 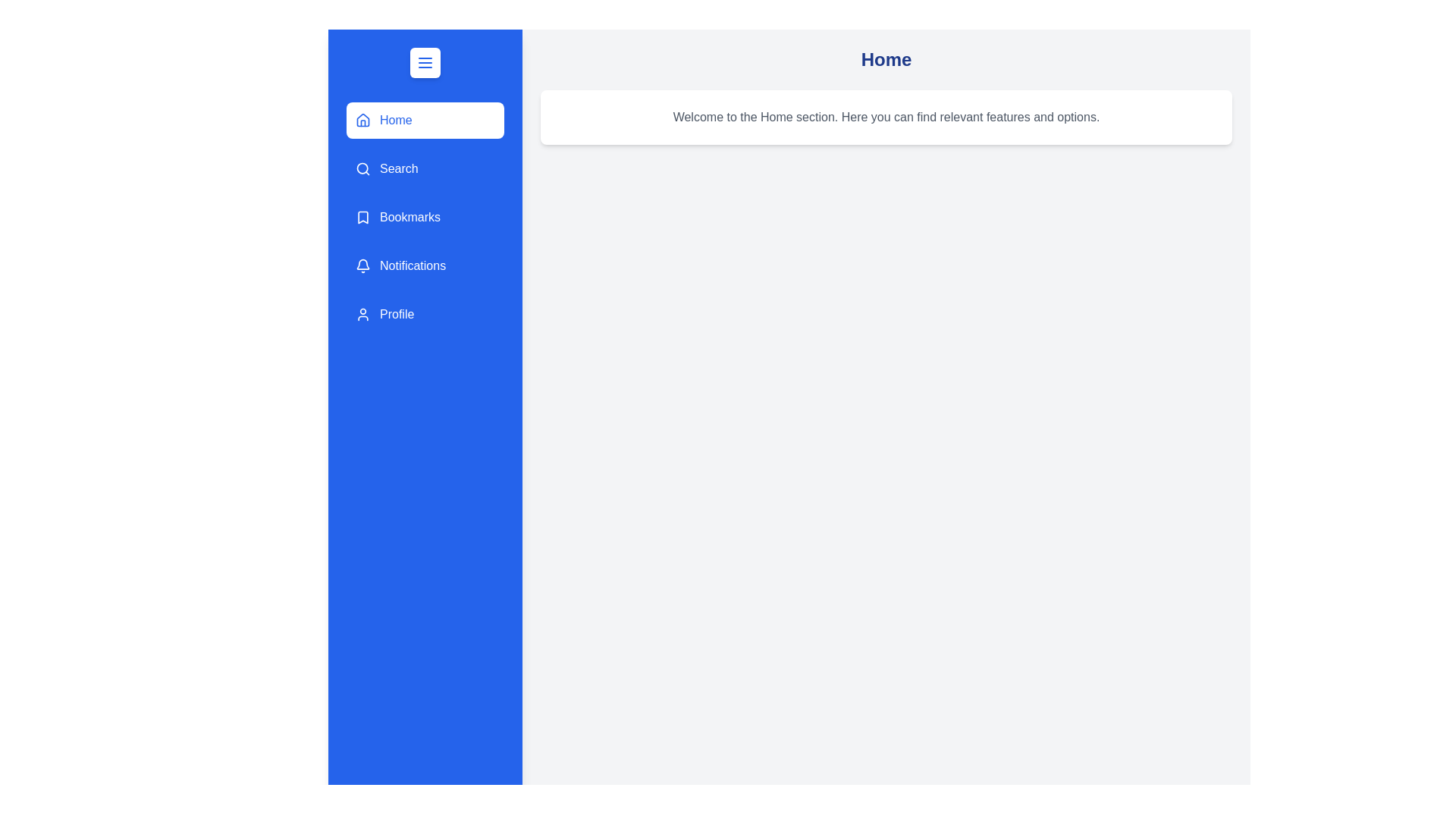 What do you see at coordinates (425, 119) in the screenshot?
I see `the menu item Home to see the hover effect` at bounding box center [425, 119].